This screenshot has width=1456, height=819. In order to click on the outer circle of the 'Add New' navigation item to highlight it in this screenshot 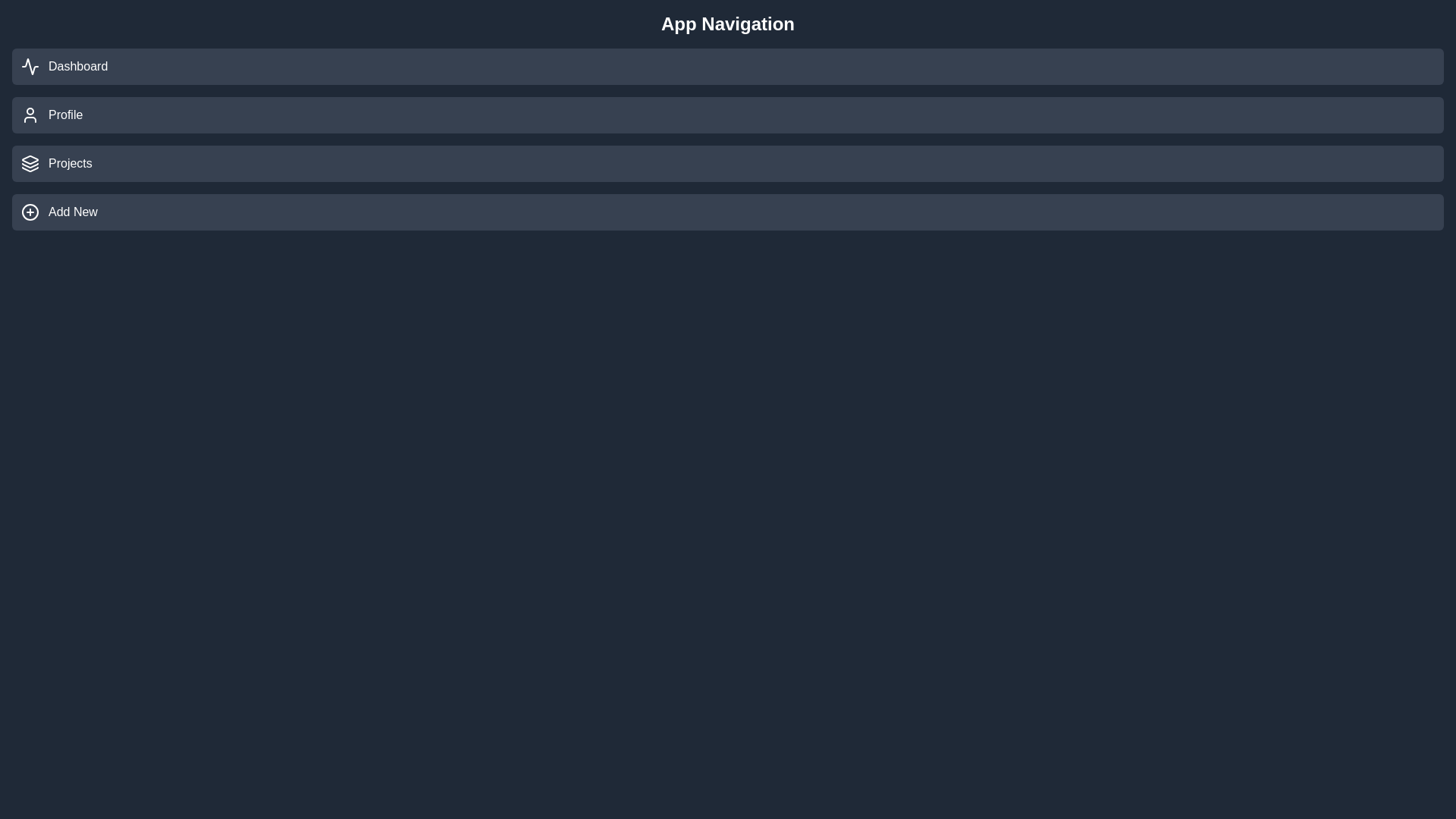, I will do `click(30, 212)`.